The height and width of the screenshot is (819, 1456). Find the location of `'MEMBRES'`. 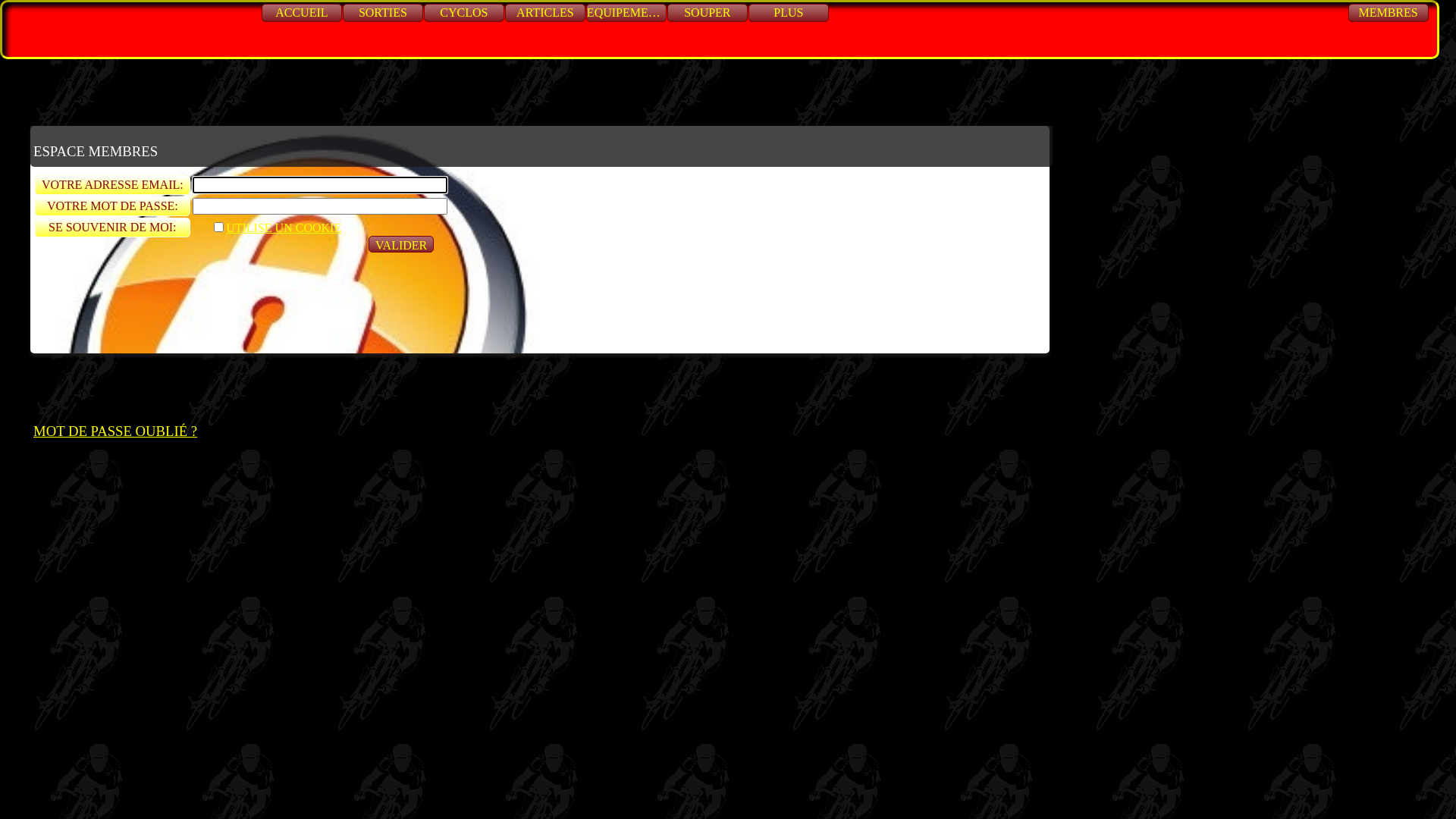

'MEMBRES' is located at coordinates (1388, 12).